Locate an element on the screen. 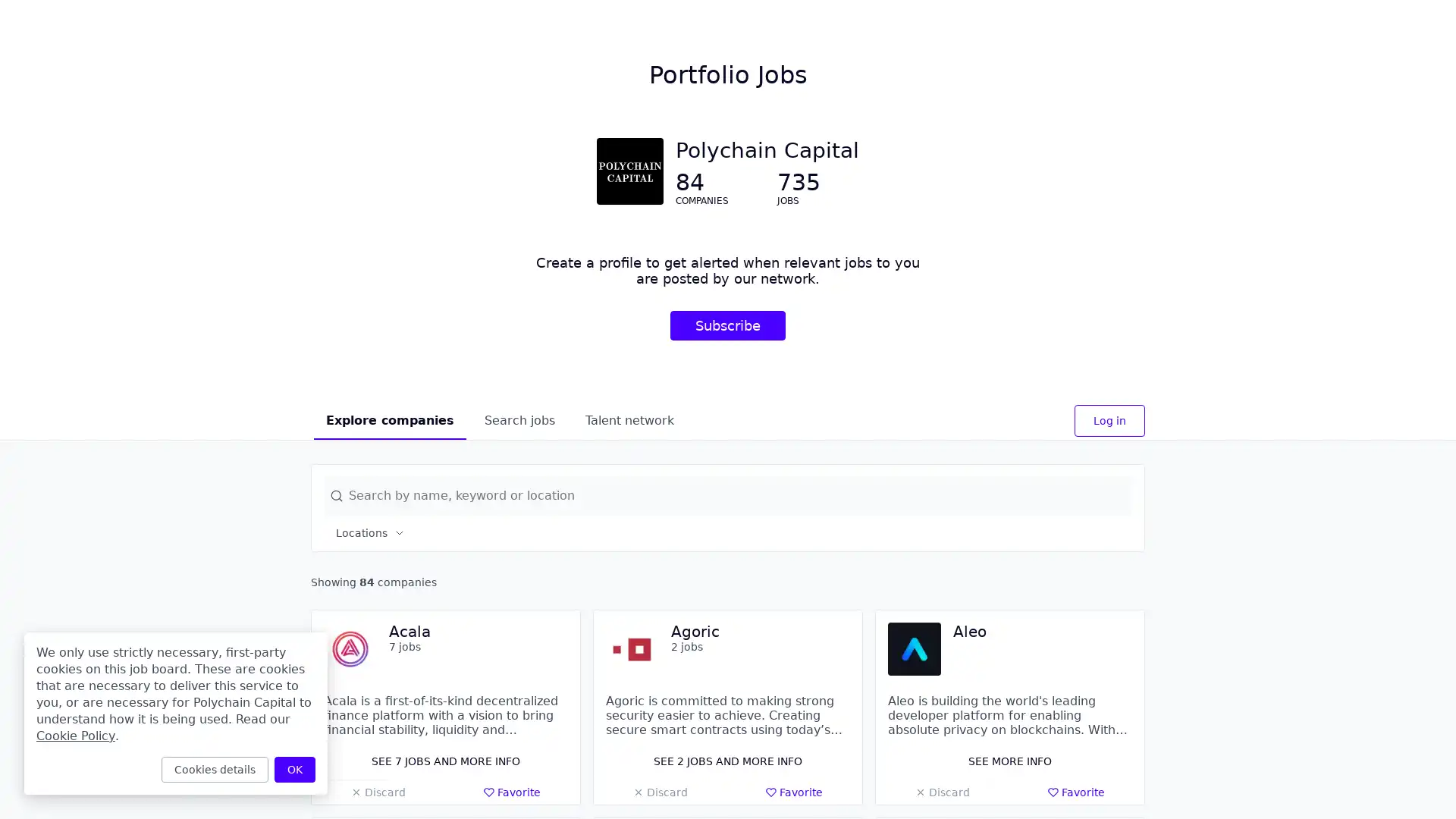  Discard is located at coordinates (660, 792).